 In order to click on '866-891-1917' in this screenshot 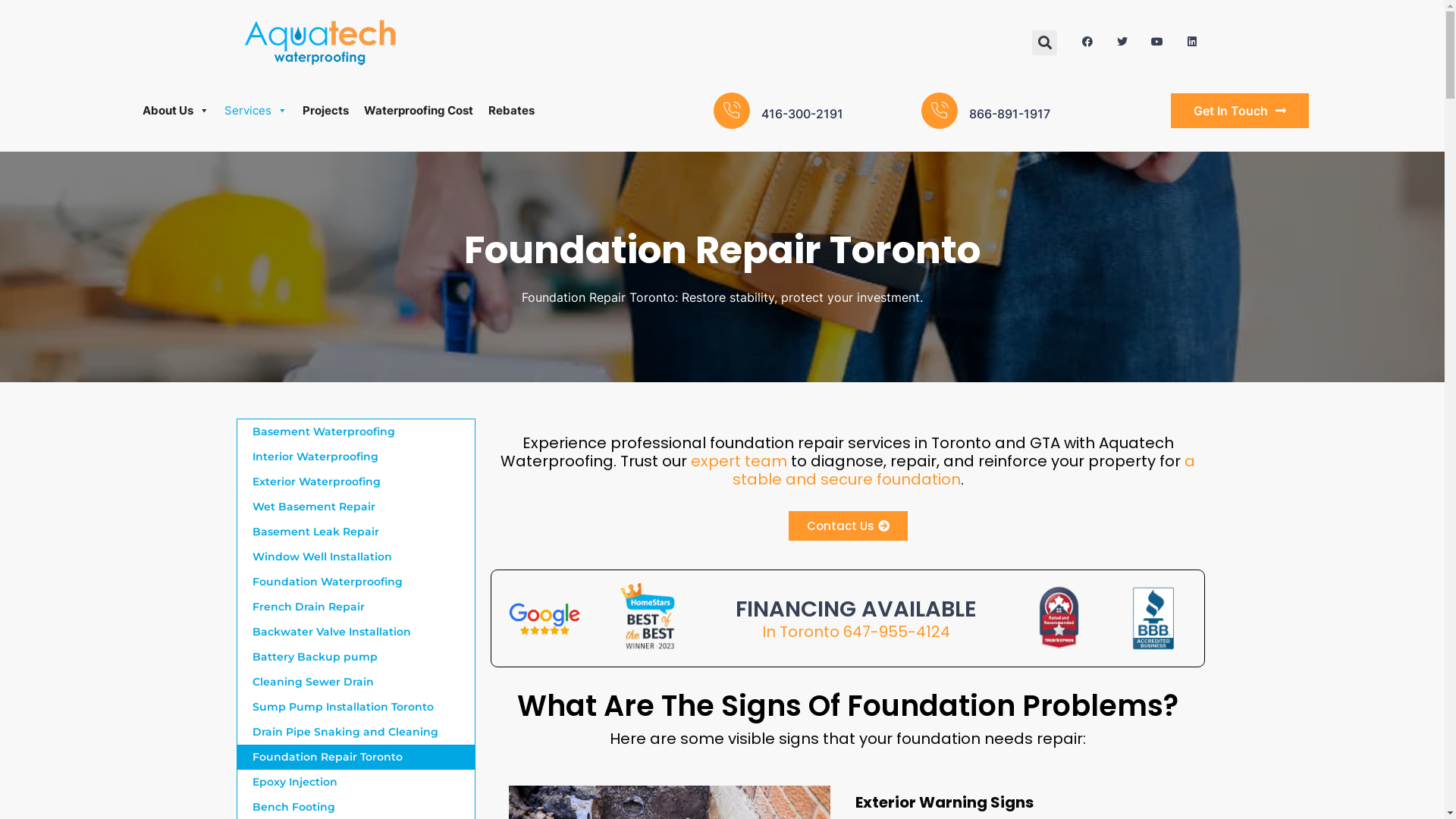, I will do `click(968, 113)`.